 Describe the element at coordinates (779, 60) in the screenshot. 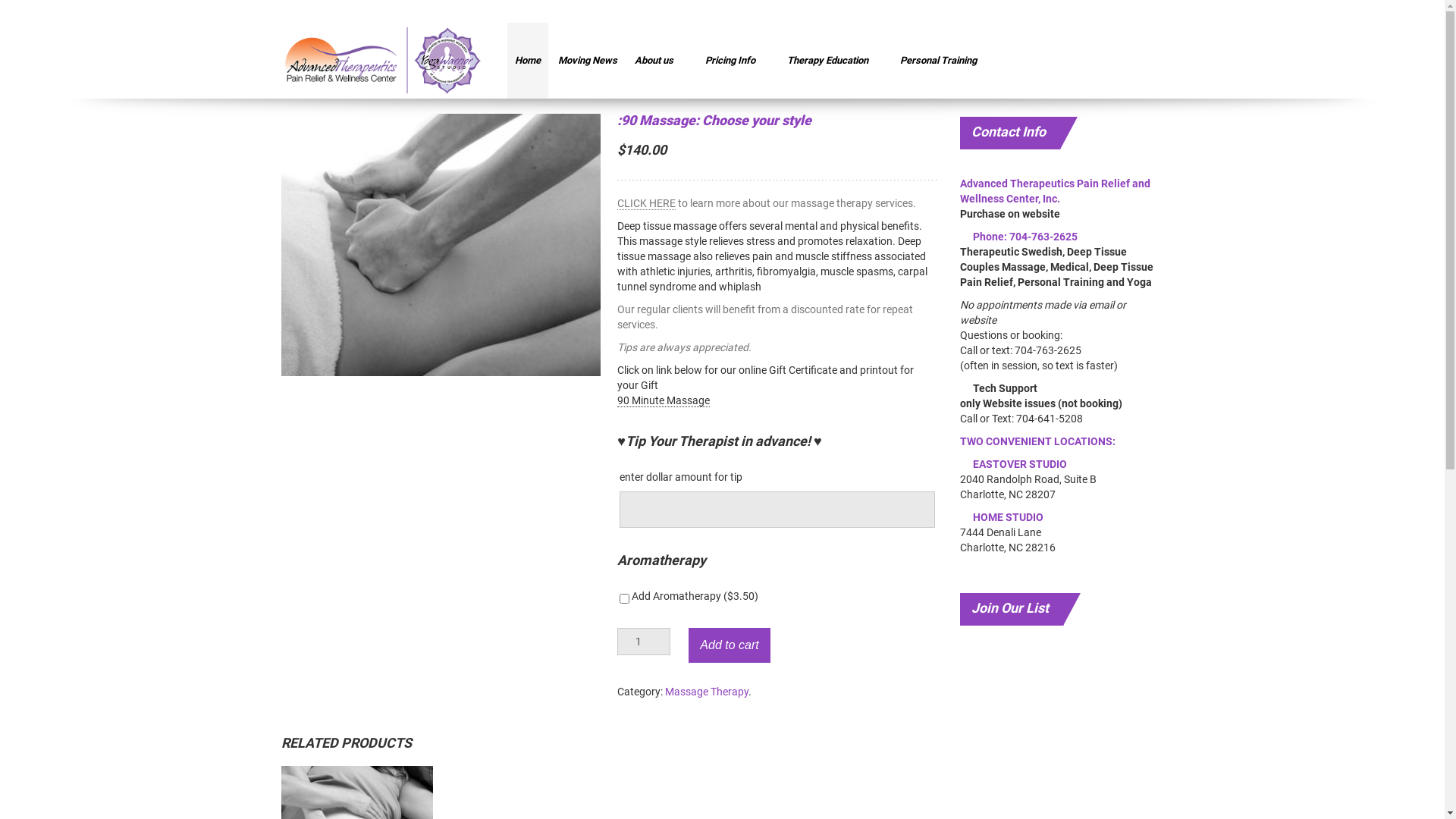

I see `'Therapy Education'` at that location.